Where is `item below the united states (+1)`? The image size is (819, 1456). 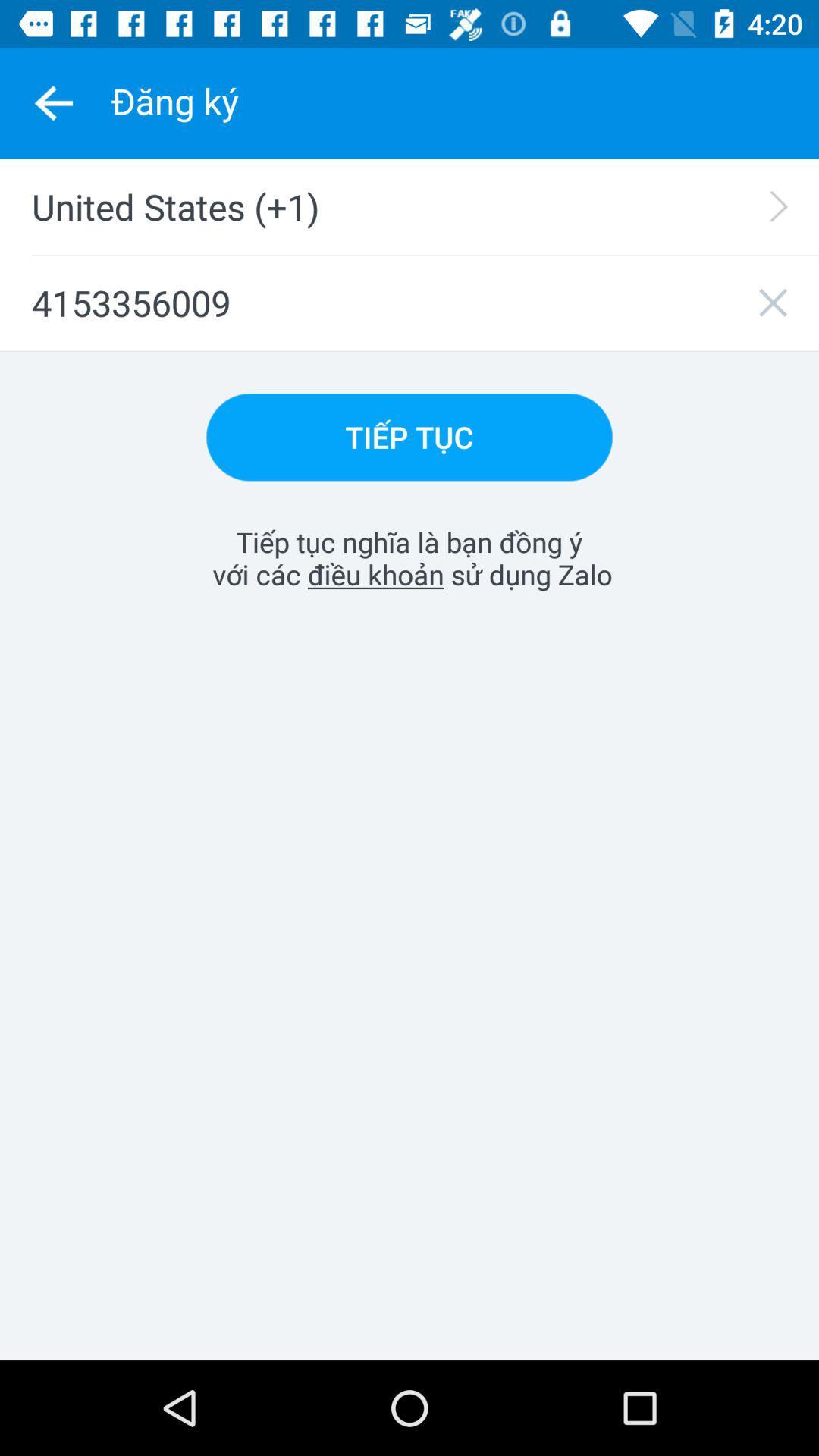
item below the united states (+1) is located at coordinates (409, 303).